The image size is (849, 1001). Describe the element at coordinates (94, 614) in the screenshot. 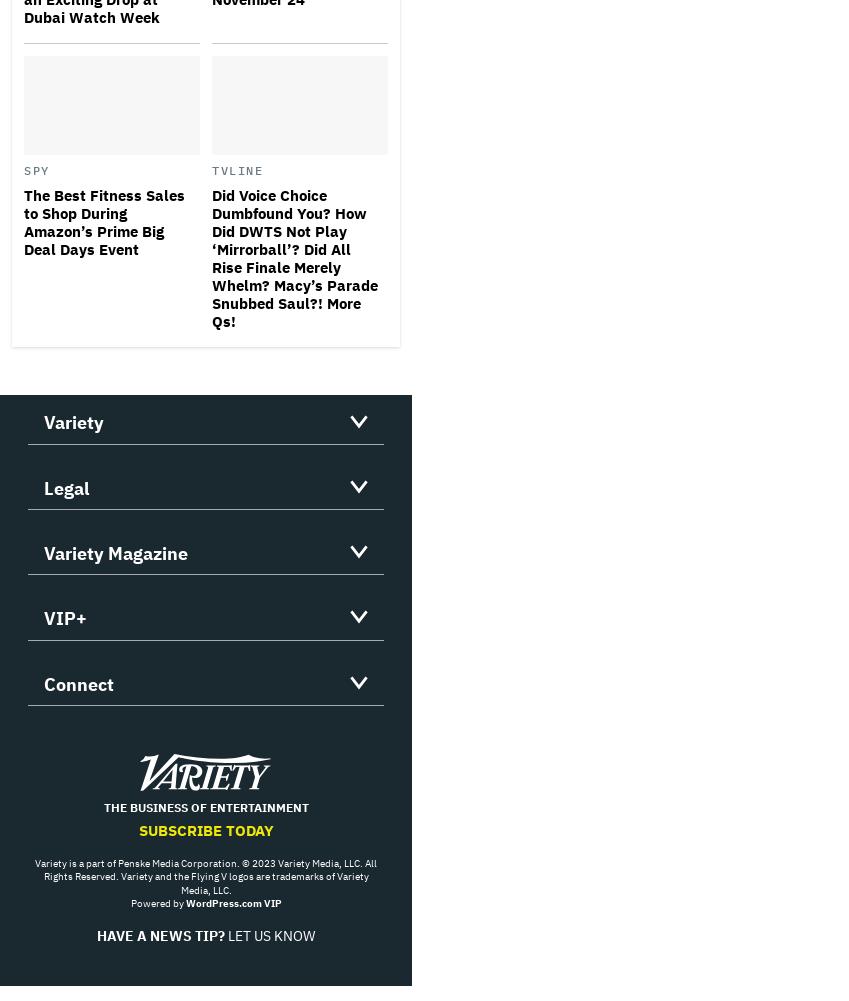

I see `'Accessibility'` at that location.